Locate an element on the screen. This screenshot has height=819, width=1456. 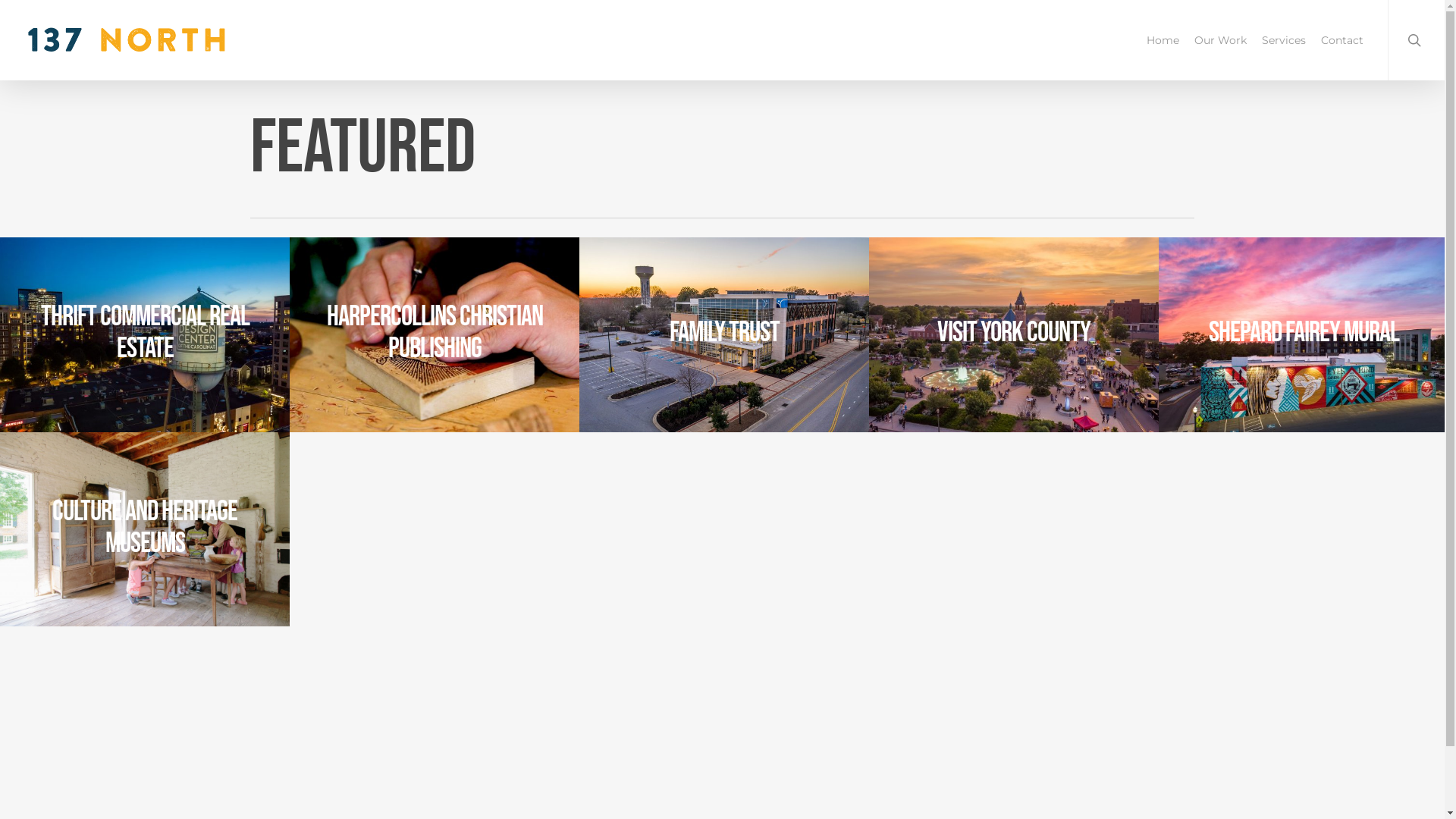
'Contact' is located at coordinates (1342, 39).